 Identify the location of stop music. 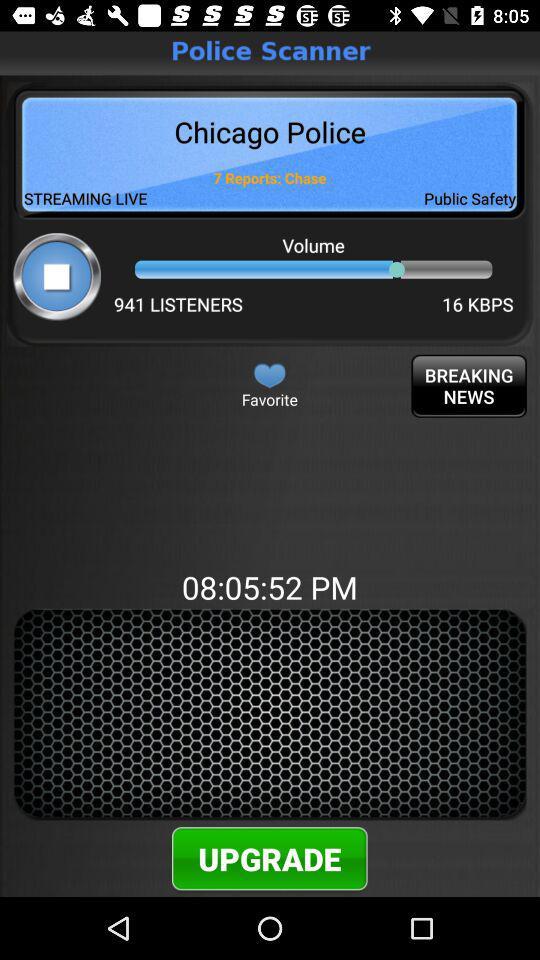
(57, 275).